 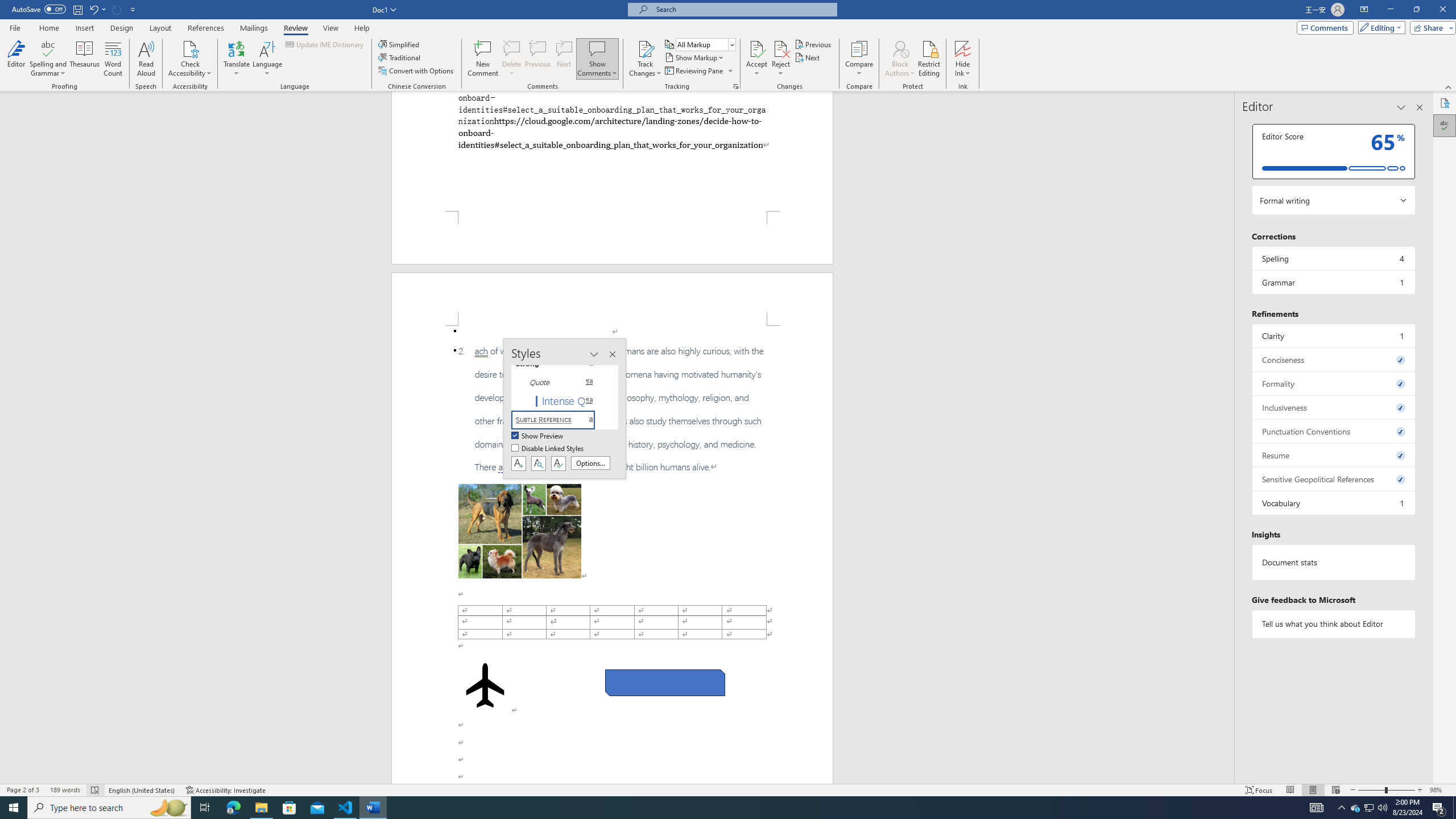 What do you see at coordinates (23, 790) in the screenshot?
I see `'Page Number Page 2 of 3'` at bounding box center [23, 790].